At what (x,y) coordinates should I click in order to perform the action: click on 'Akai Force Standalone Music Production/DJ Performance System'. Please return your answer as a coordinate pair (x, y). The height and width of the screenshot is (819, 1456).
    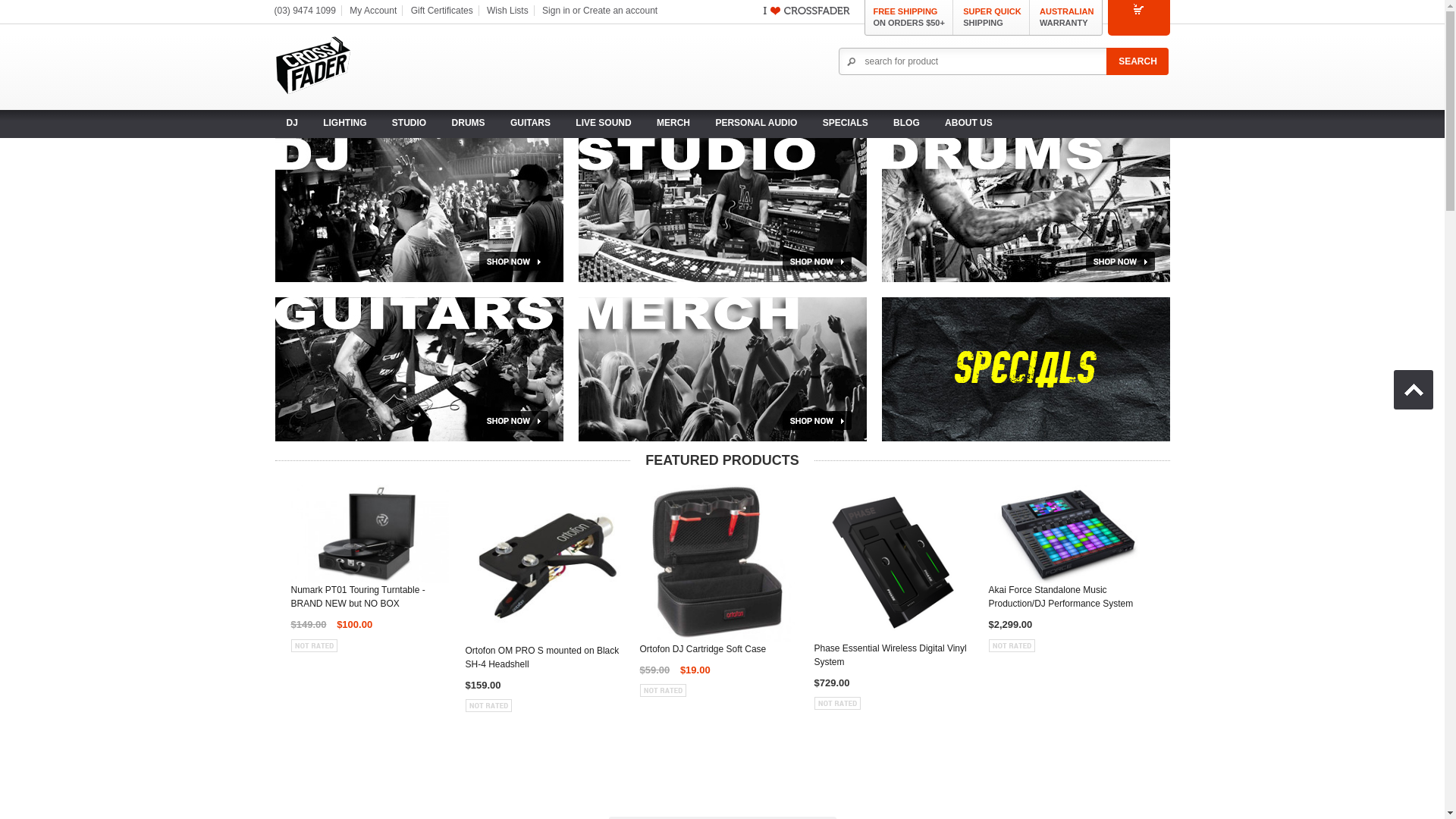
    Looking at the image, I should click on (1066, 599).